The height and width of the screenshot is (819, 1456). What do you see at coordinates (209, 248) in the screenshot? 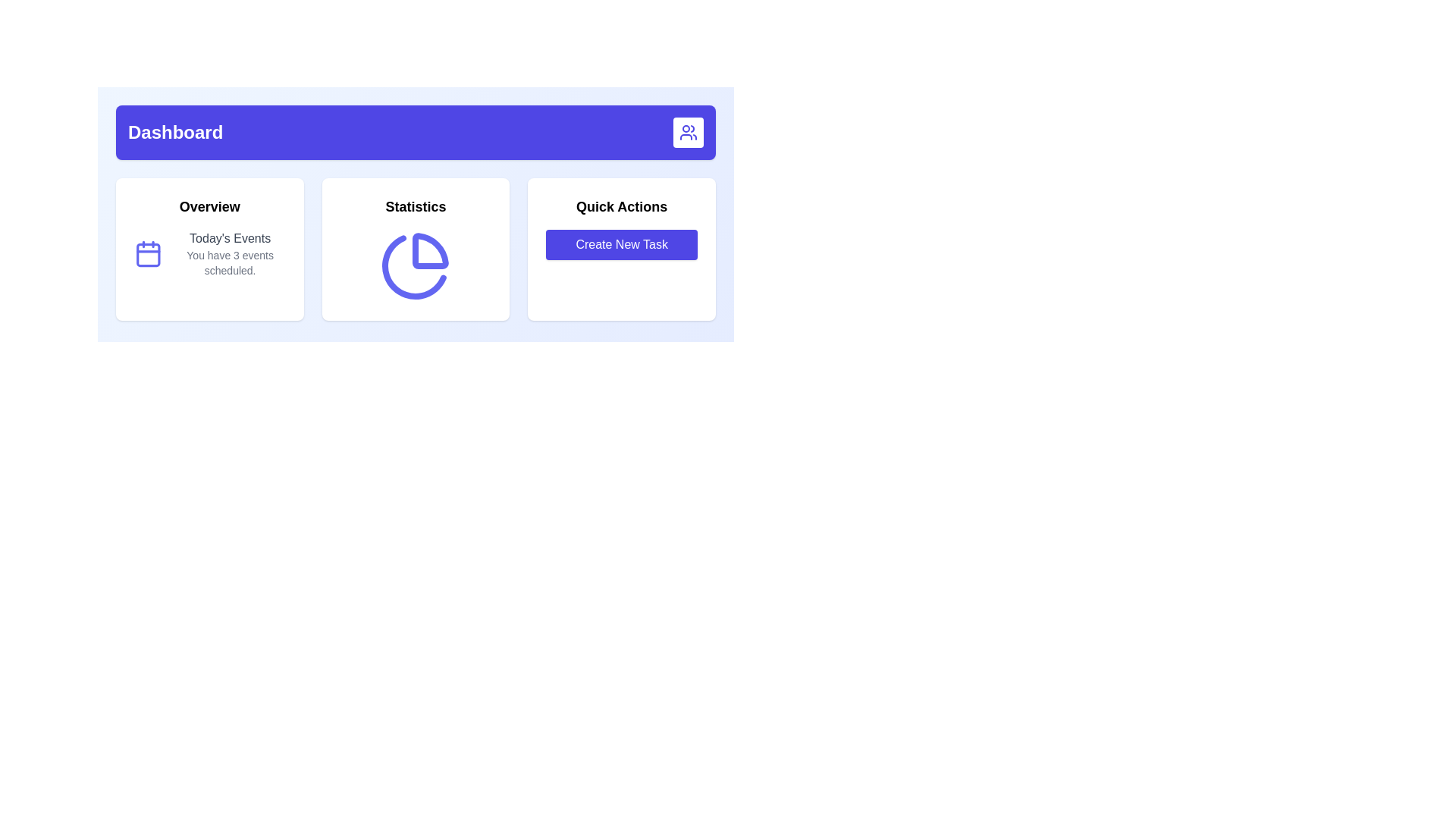
I see `the event summary card located in the leftmost position of the row, which provides an overview of the user's scheduled events for the day` at bounding box center [209, 248].